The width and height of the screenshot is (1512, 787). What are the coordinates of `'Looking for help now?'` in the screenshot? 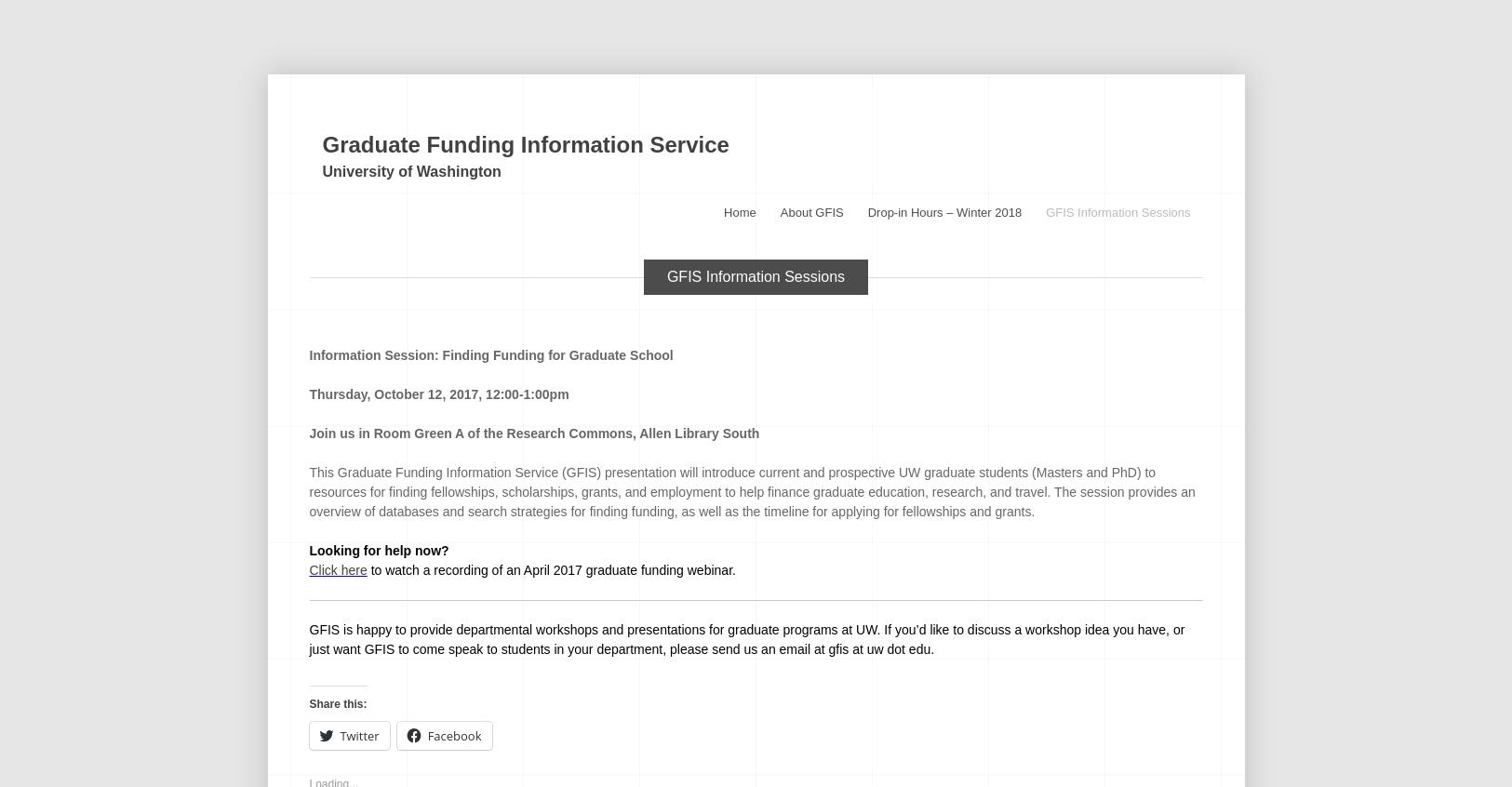 It's located at (378, 550).